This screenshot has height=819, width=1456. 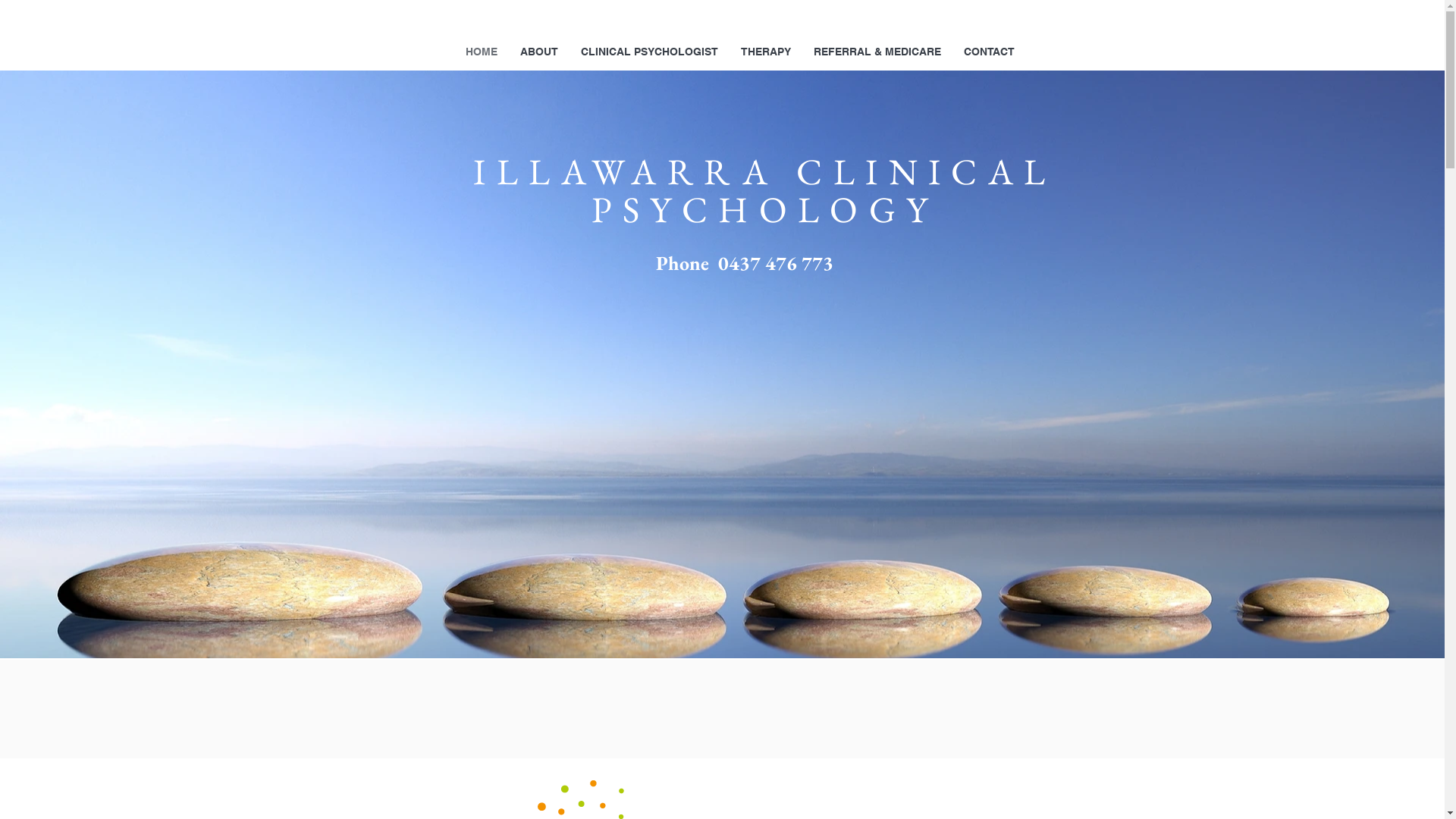 I want to click on 'THERAPY', so click(x=765, y=51).